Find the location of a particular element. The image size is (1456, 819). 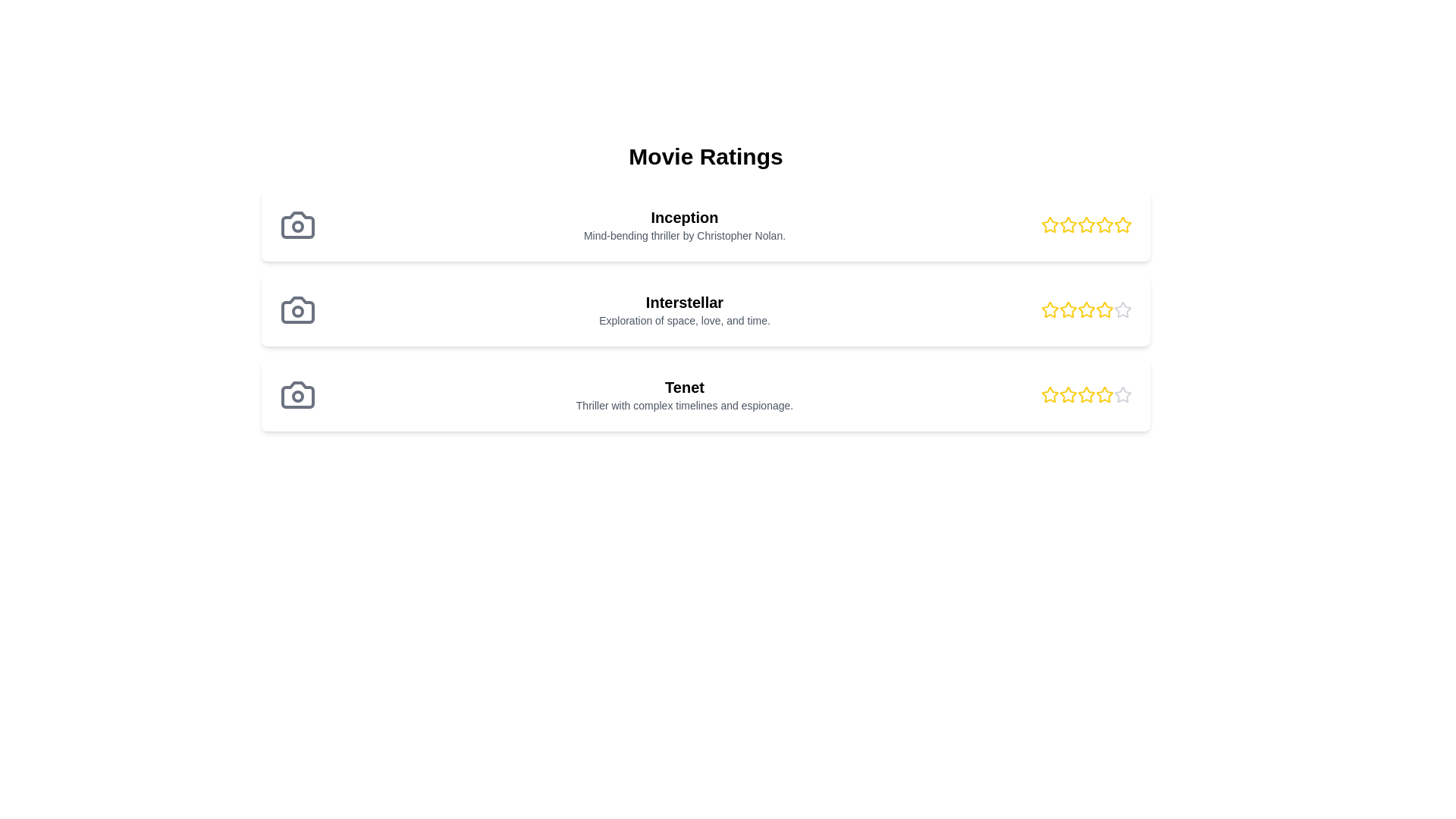

the text block titled 'Interstellar' to emphasize it, which contains the subtitle 'Exploration of space, love, and time.' is located at coordinates (683, 309).